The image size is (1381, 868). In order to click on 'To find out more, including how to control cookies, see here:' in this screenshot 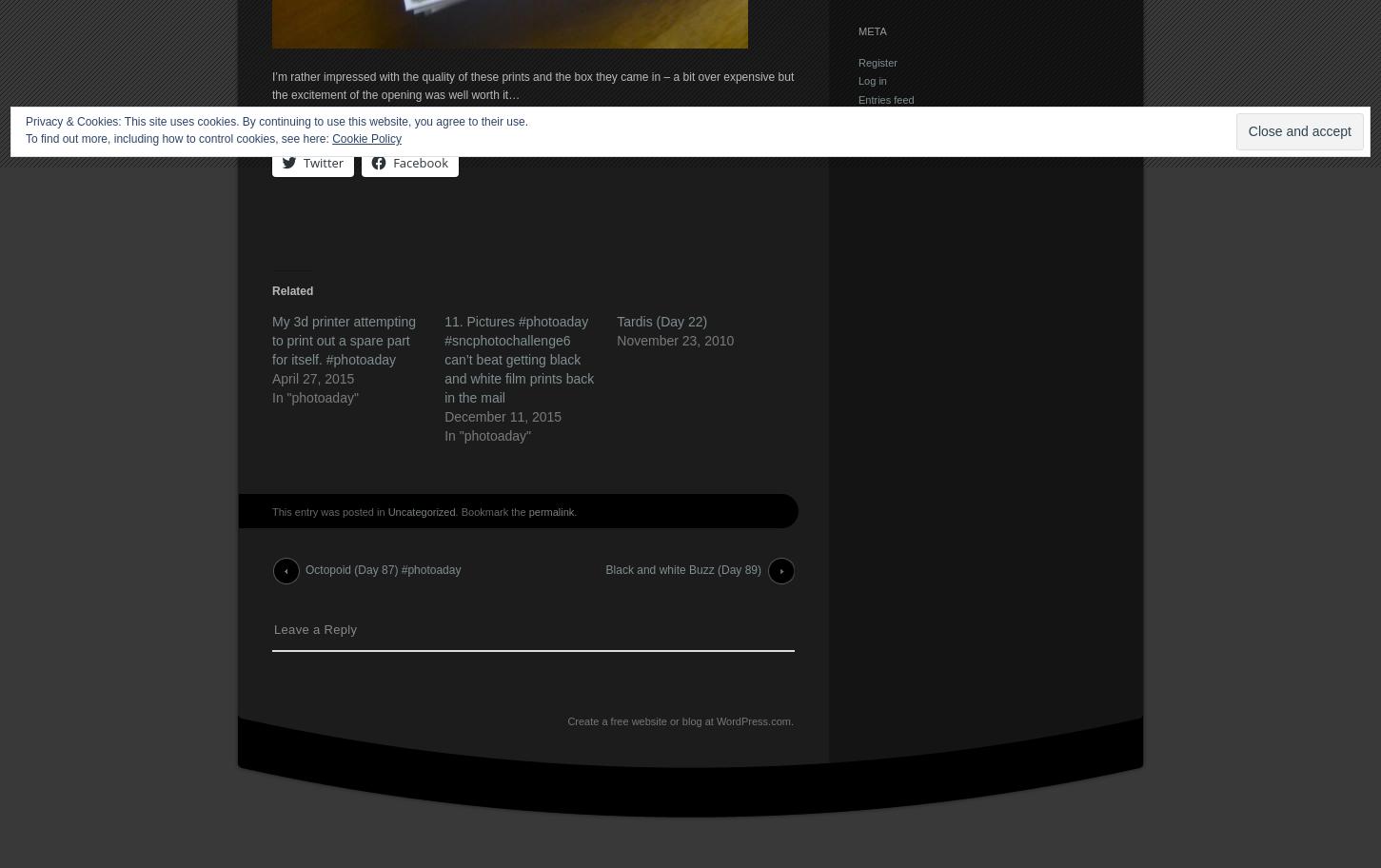, I will do `click(178, 138)`.